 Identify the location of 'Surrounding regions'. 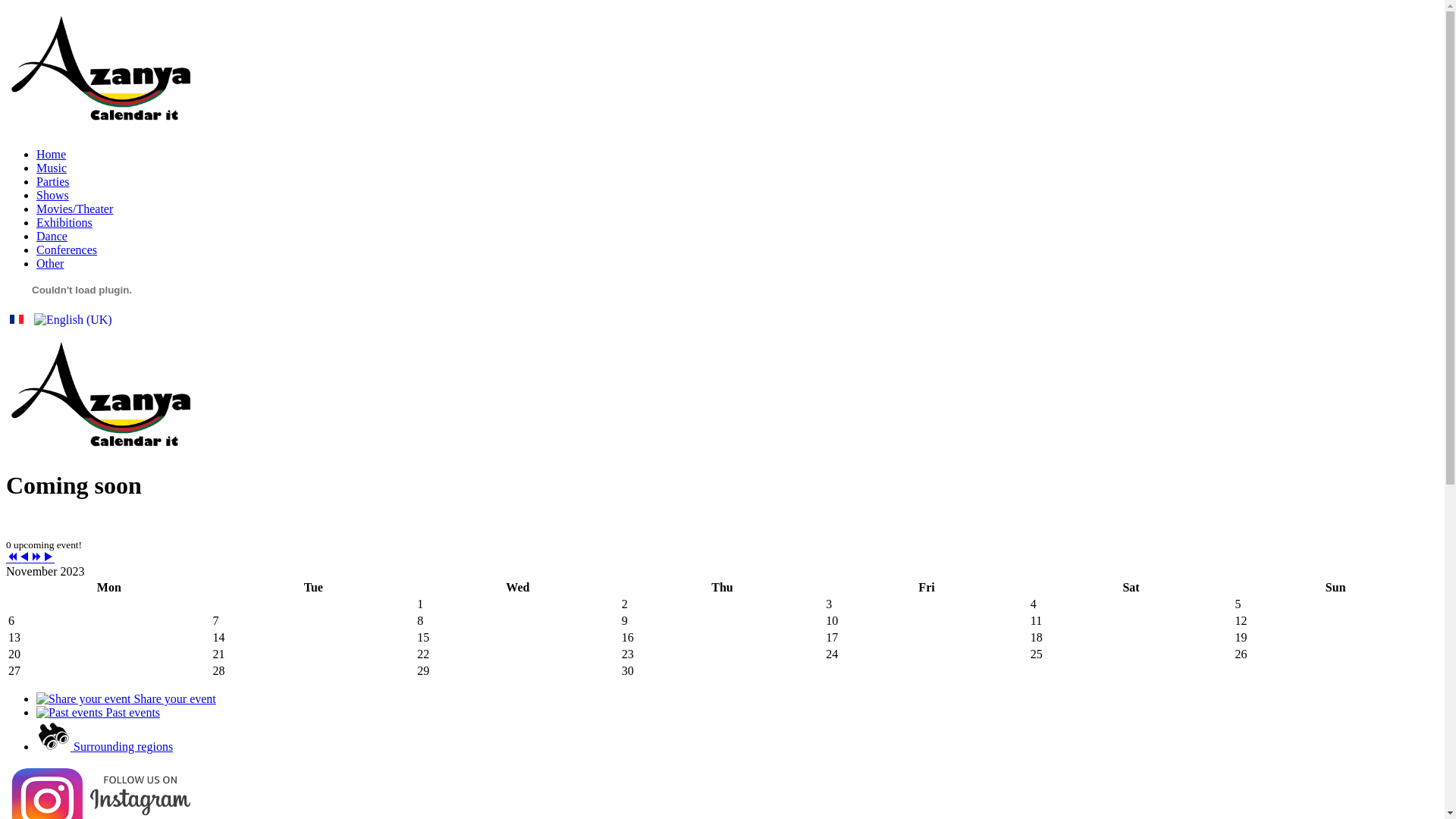
(104, 745).